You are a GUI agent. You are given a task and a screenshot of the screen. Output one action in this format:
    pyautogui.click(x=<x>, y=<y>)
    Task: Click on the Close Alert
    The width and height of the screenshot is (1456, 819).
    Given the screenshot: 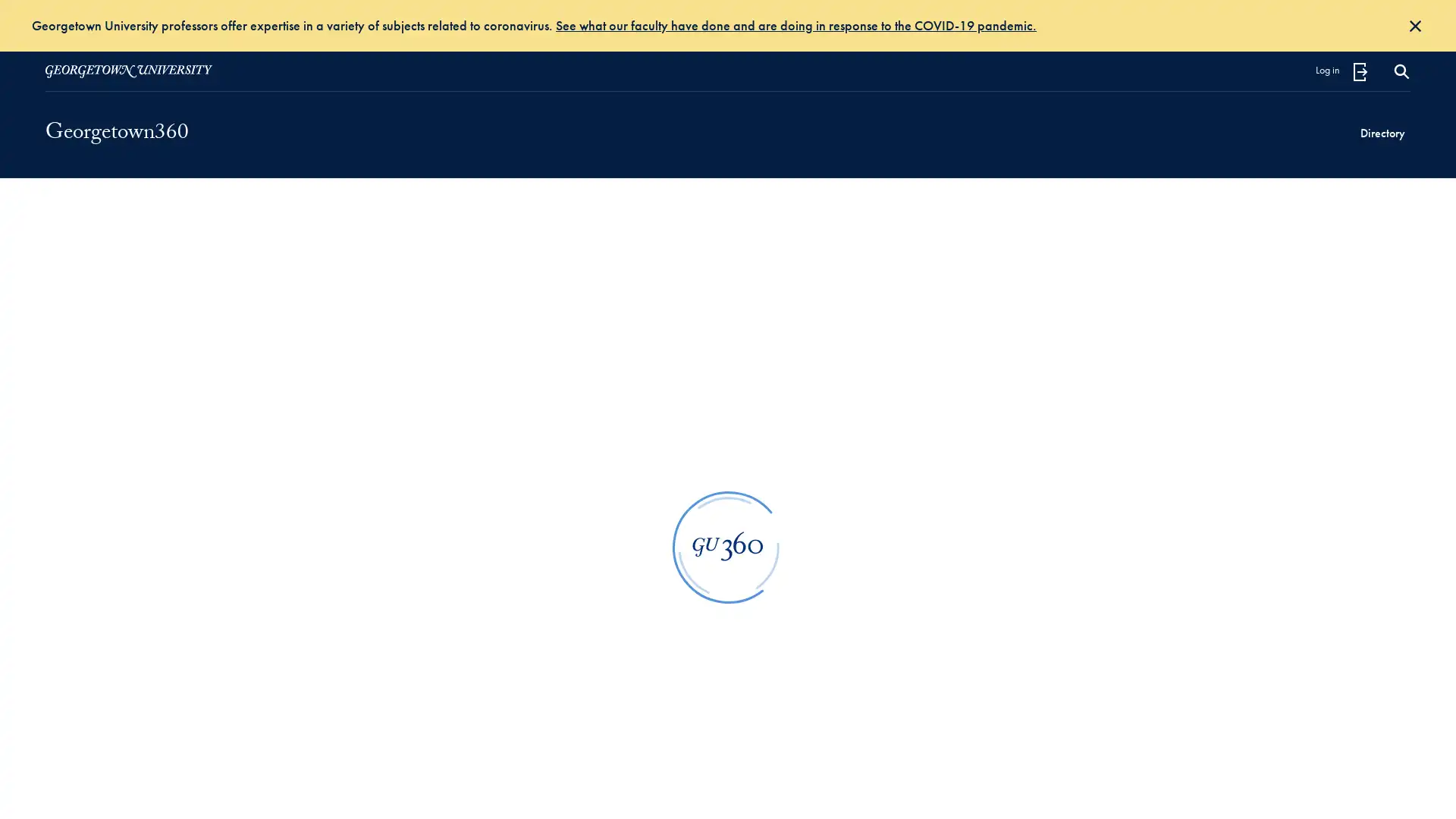 What is the action you would take?
    pyautogui.click(x=1414, y=26)
    